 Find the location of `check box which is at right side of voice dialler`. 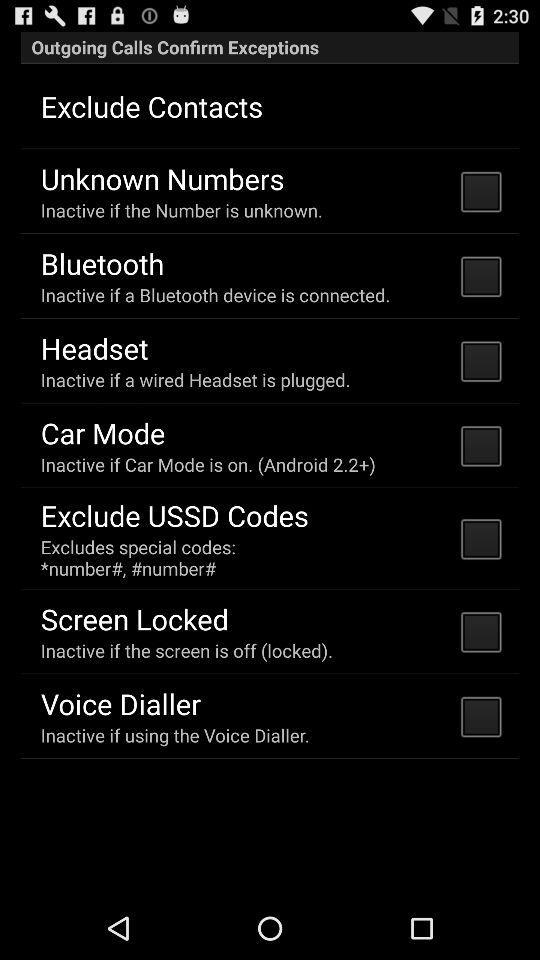

check box which is at right side of voice dialler is located at coordinates (479, 716).